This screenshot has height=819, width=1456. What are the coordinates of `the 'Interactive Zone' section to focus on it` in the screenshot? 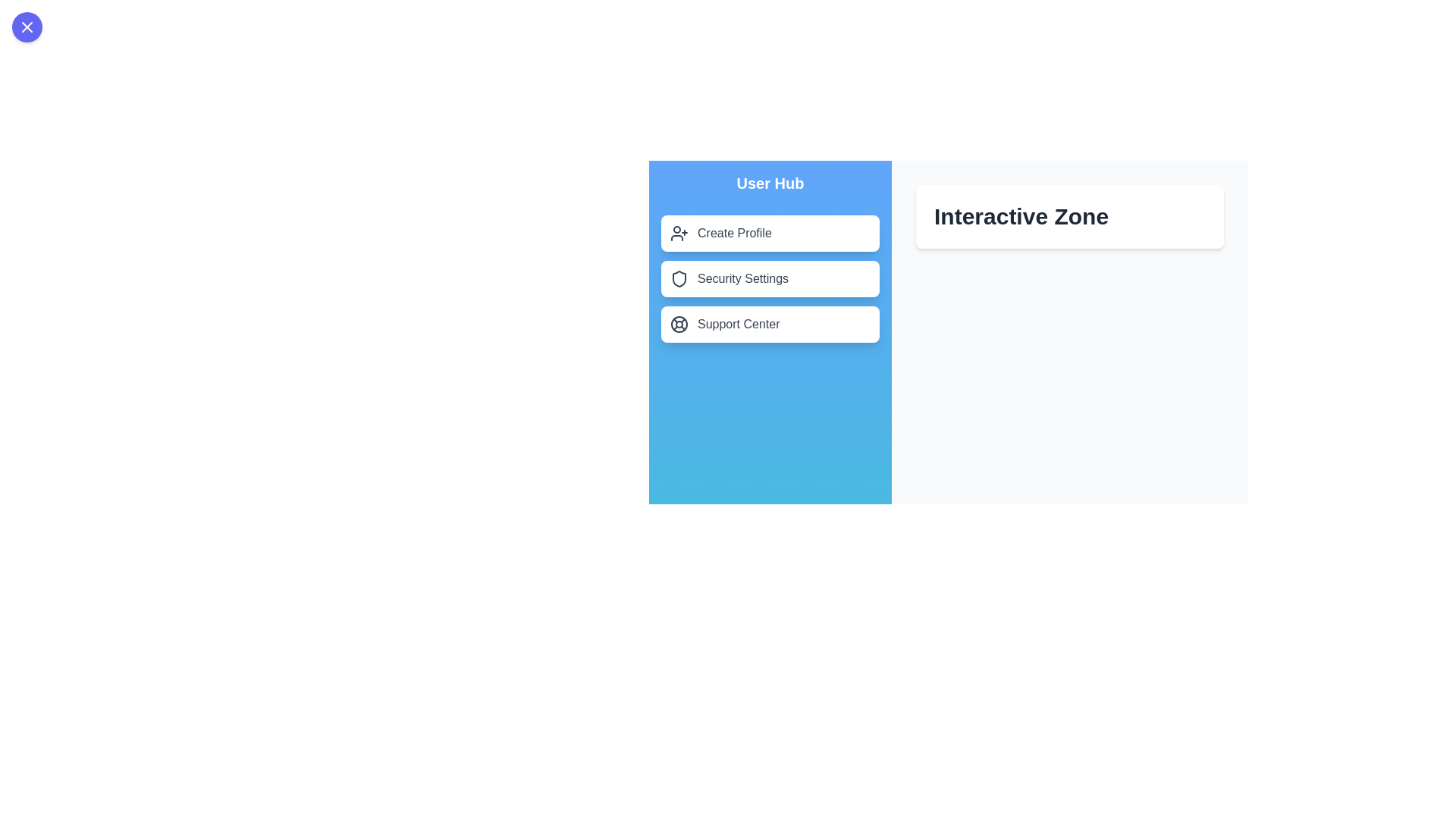 It's located at (1069, 216).